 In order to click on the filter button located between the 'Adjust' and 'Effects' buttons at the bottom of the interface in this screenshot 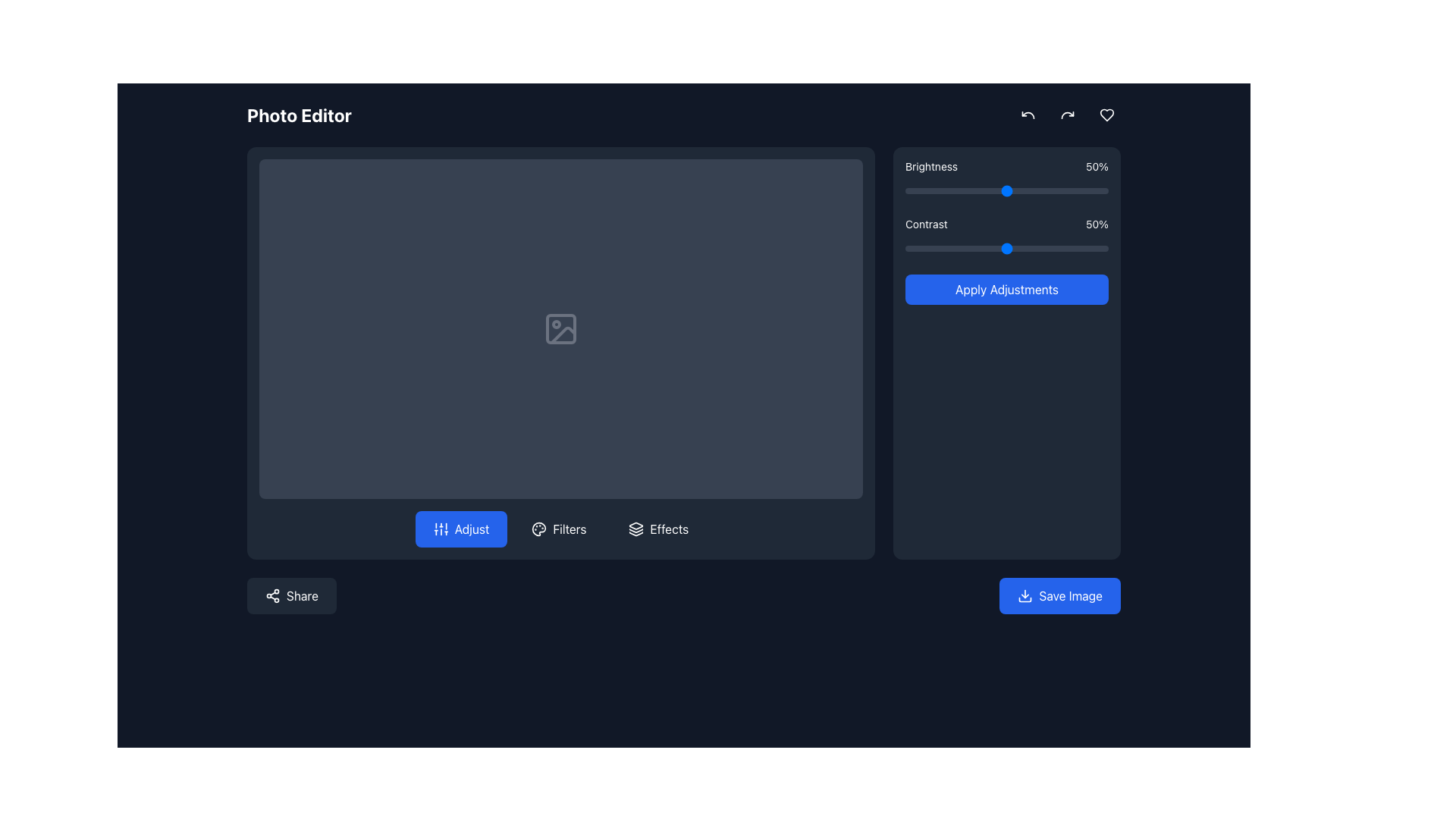, I will do `click(558, 528)`.